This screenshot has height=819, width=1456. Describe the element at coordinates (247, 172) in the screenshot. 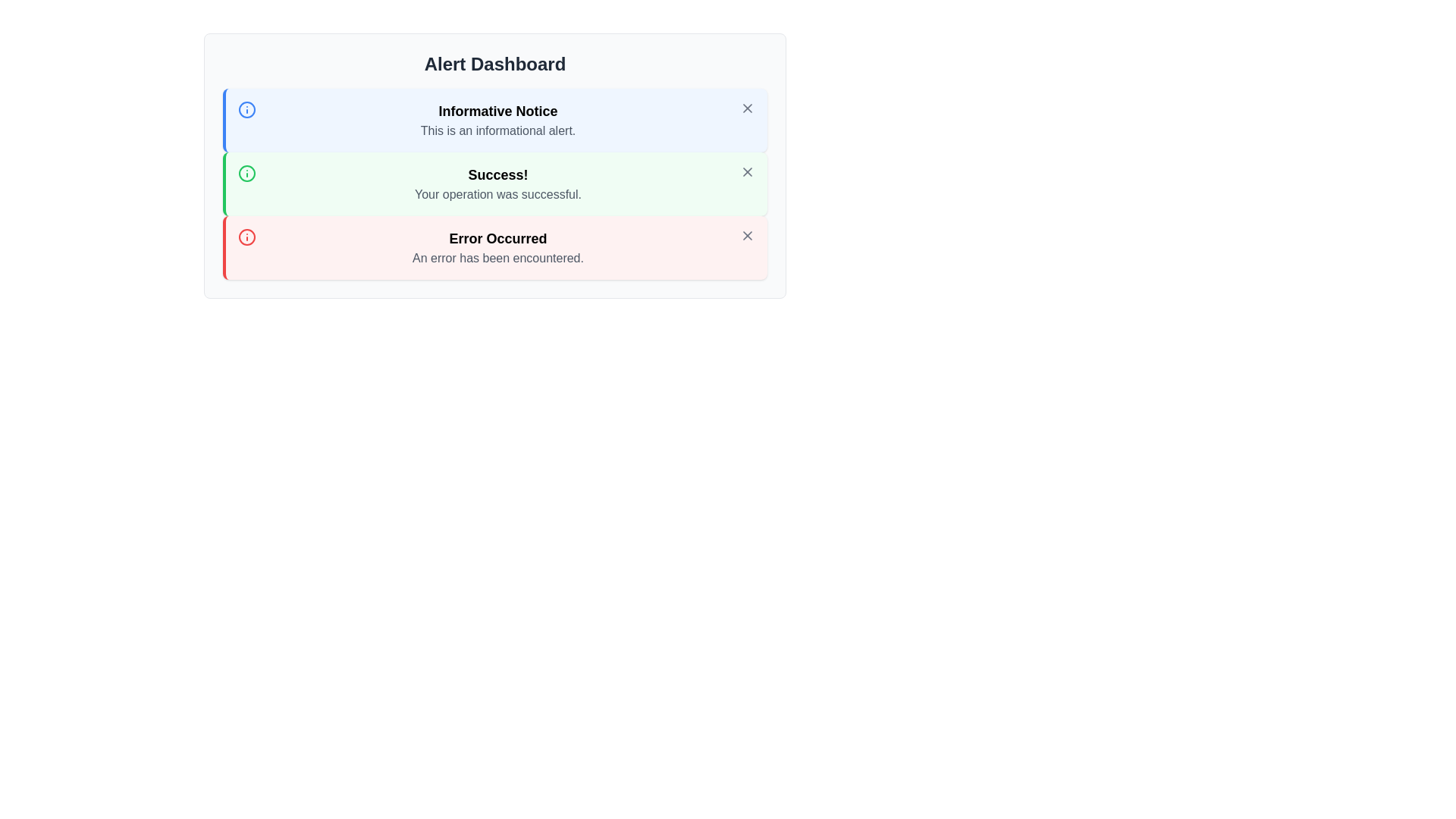

I see `the green circular border of the success notification icon, which is positioned to the left of the 'Success!' label` at that location.